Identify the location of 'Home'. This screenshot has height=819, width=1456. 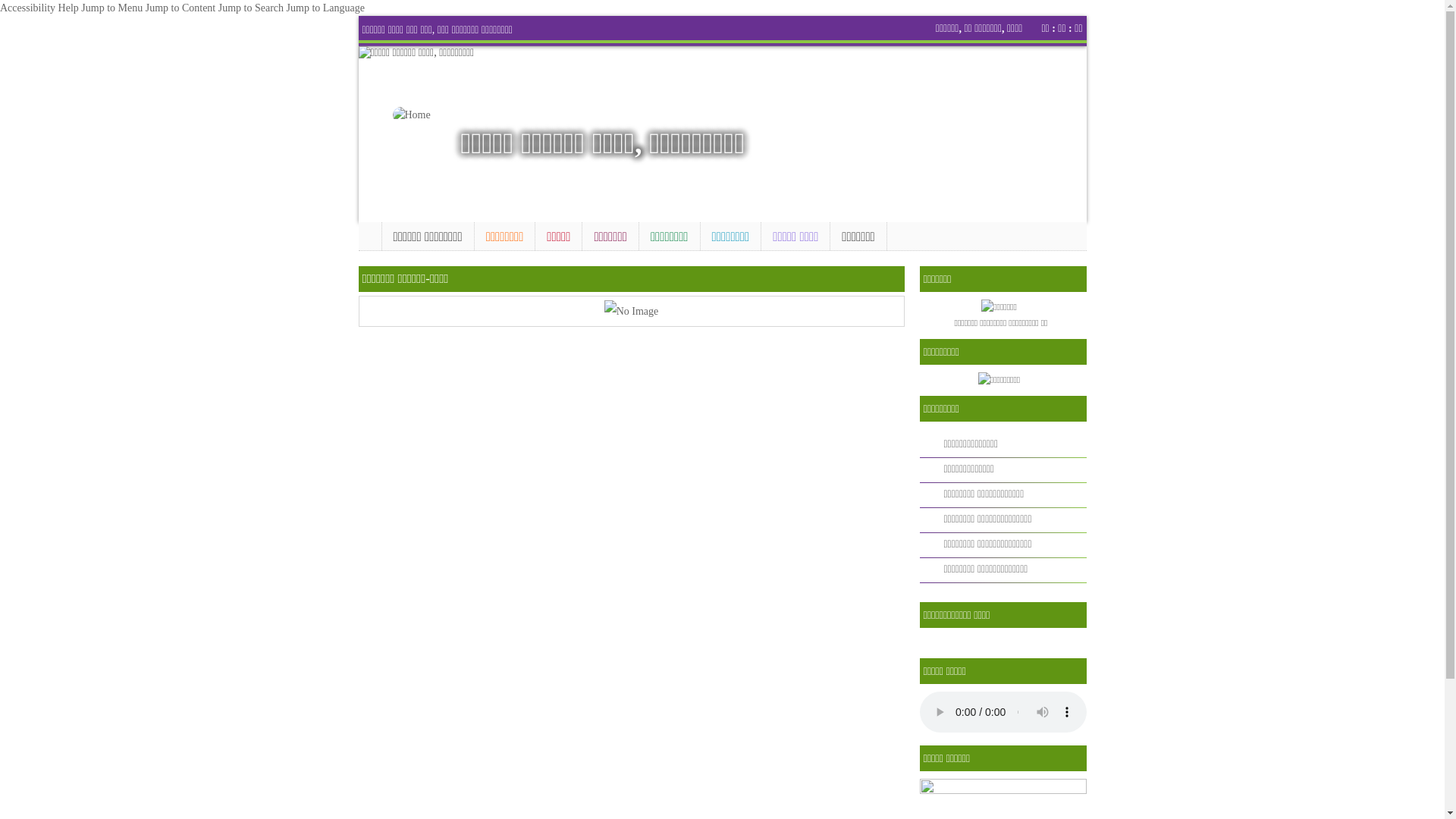
(393, 114).